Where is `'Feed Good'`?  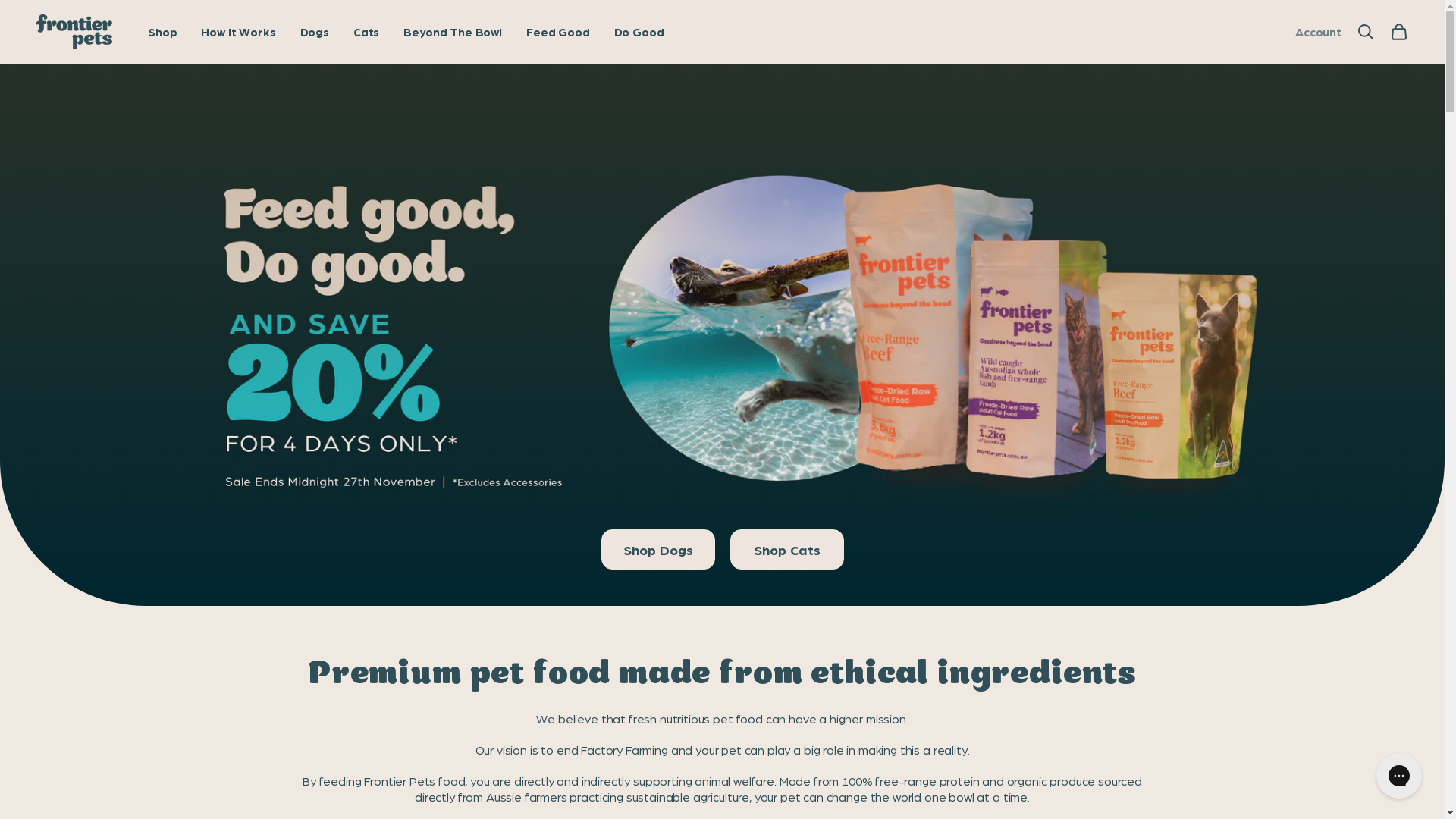
'Feed Good' is located at coordinates (557, 32).